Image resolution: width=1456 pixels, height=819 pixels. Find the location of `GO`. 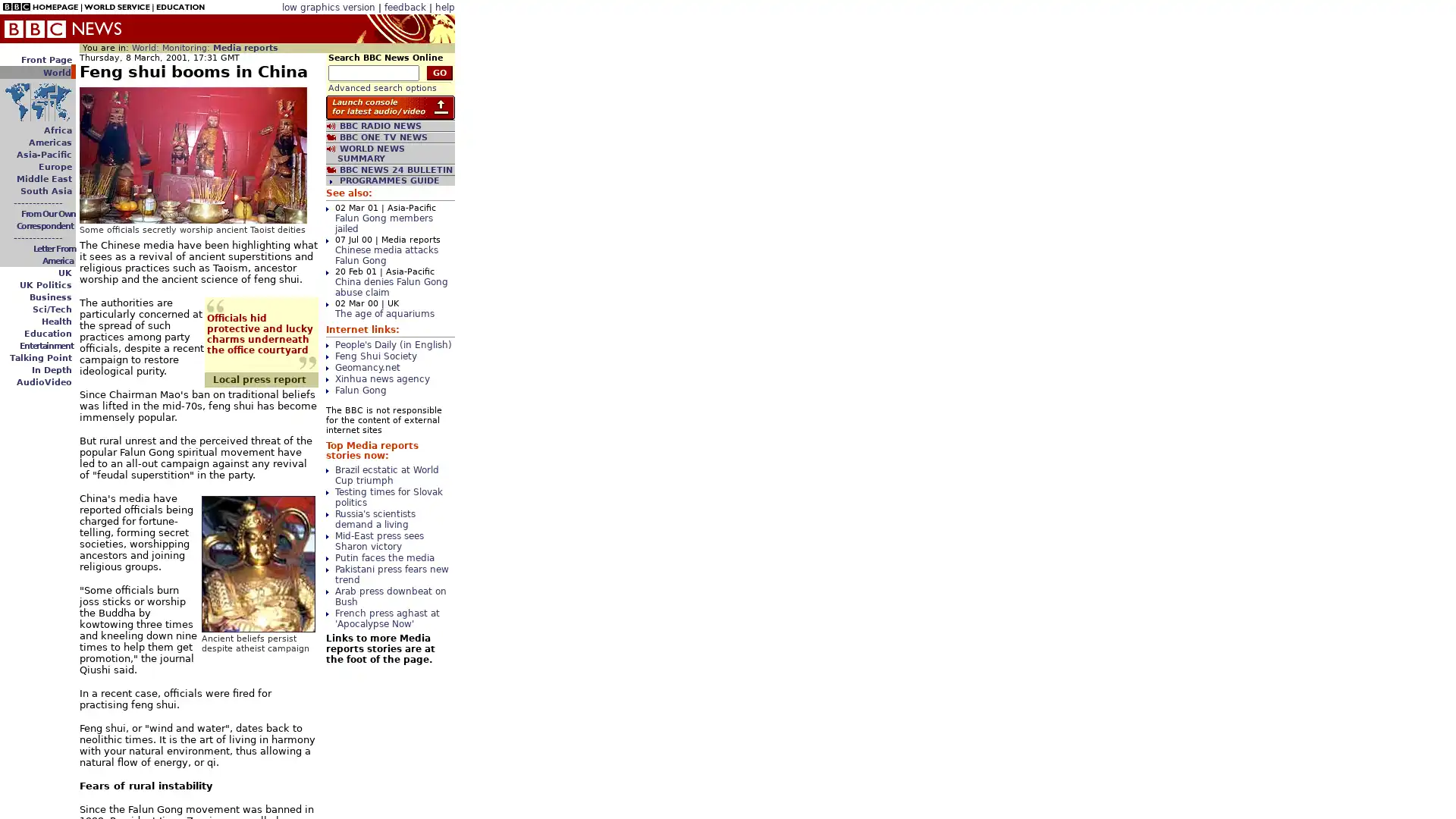

GO is located at coordinates (439, 73).